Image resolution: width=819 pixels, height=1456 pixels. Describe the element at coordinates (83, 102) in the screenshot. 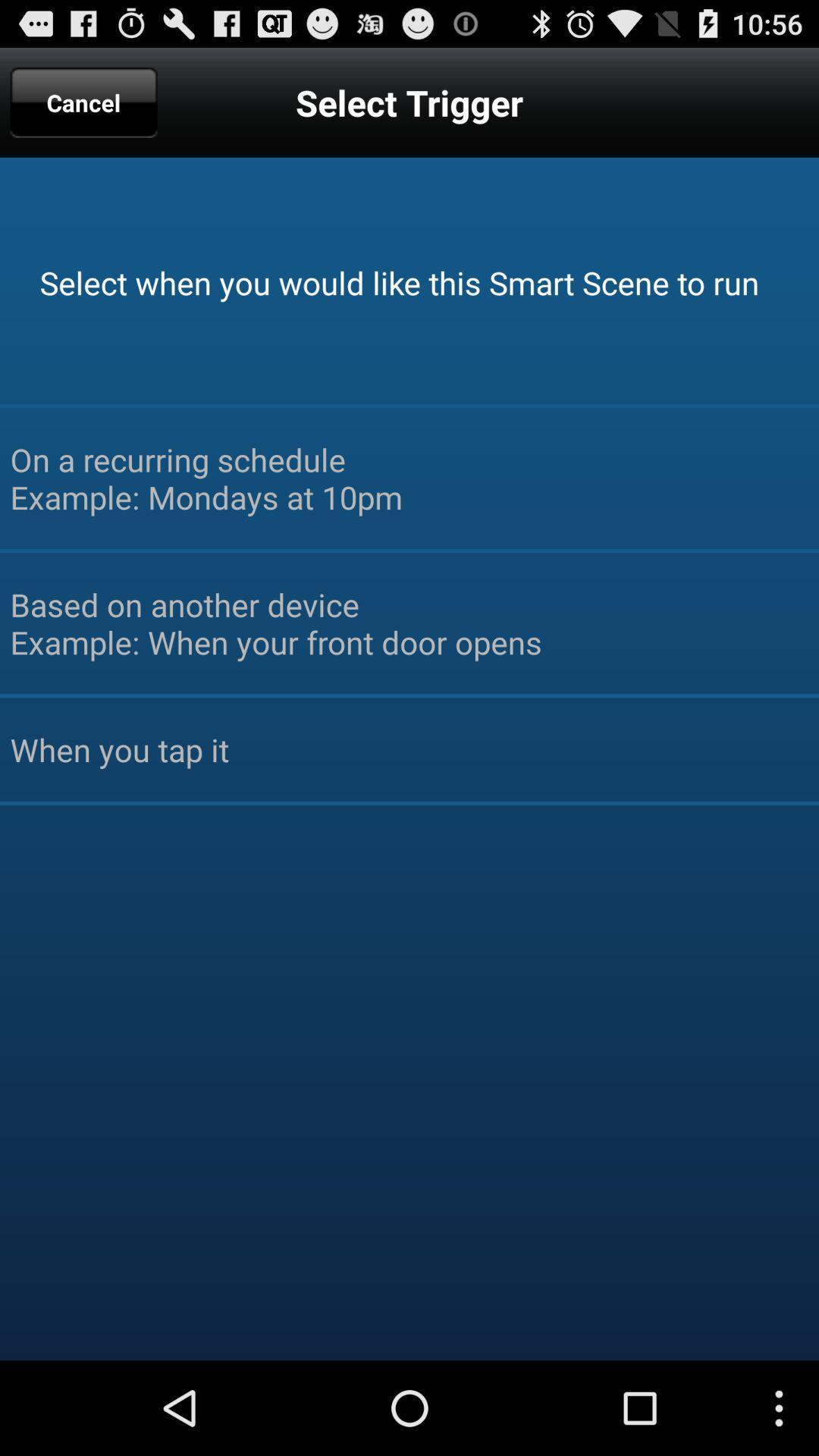

I see `the cancel` at that location.